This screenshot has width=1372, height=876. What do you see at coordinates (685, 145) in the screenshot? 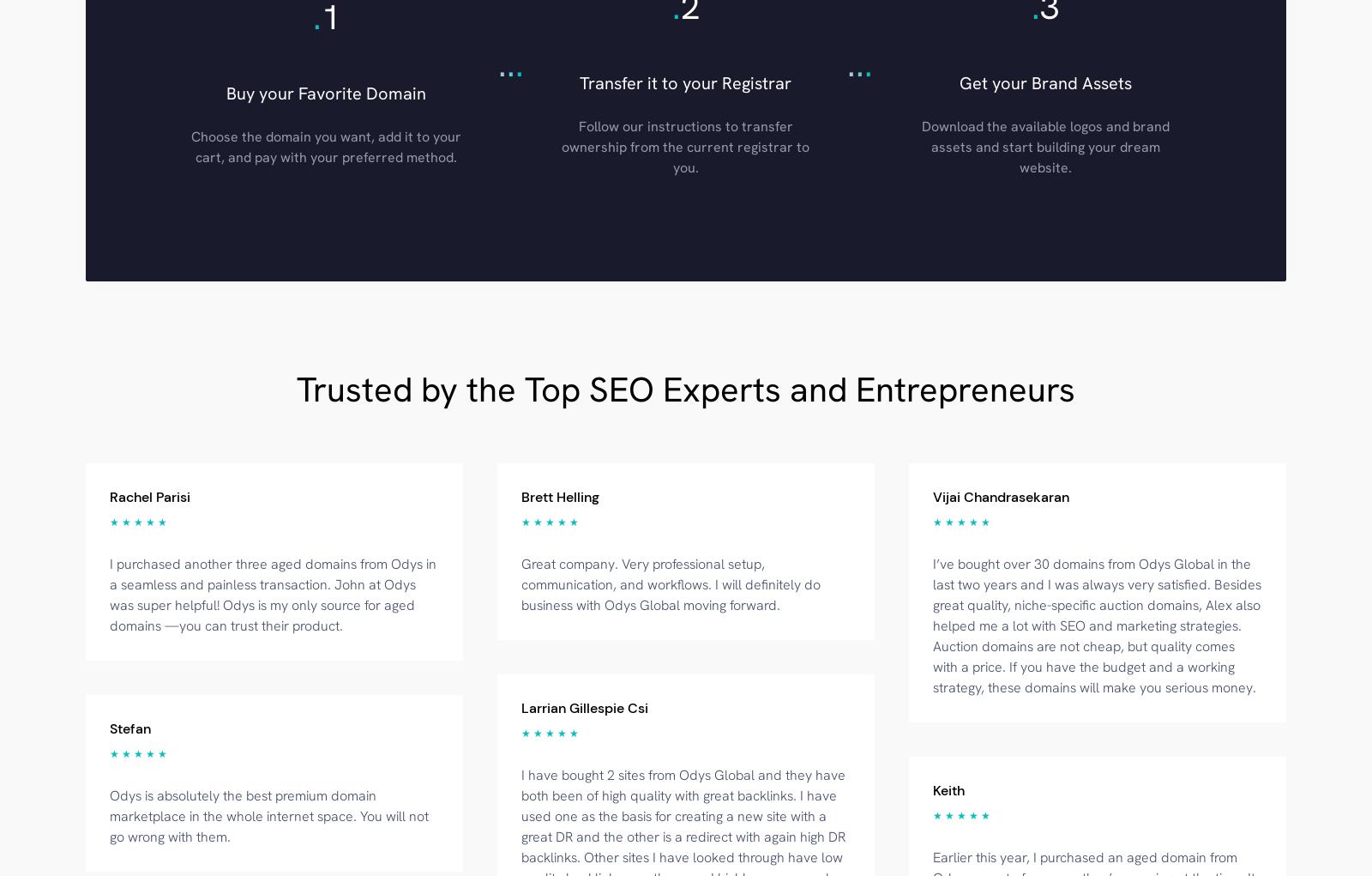
I see `'Follow our instructions to transfer ownership from the current registrar to you.'` at bounding box center [685, 145].